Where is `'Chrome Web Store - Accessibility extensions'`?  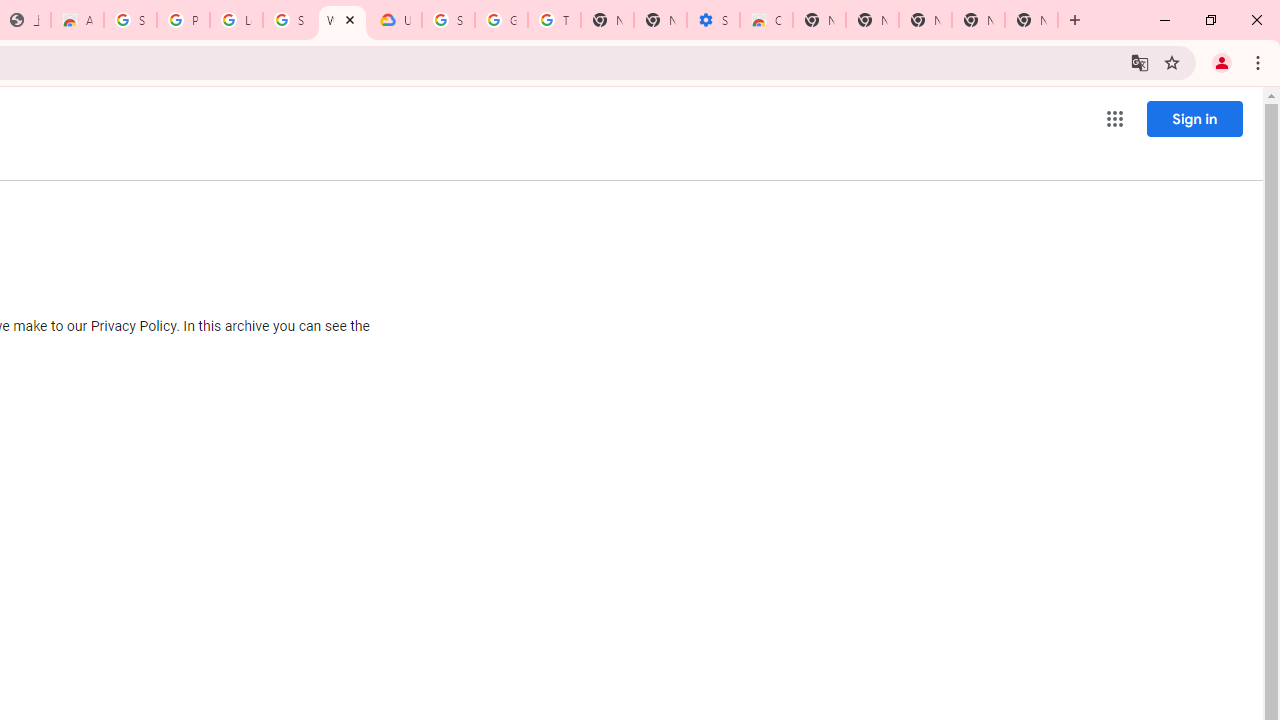 'Chrome Web Store - Accessibility extensions' is located at coordinates (765, 20).